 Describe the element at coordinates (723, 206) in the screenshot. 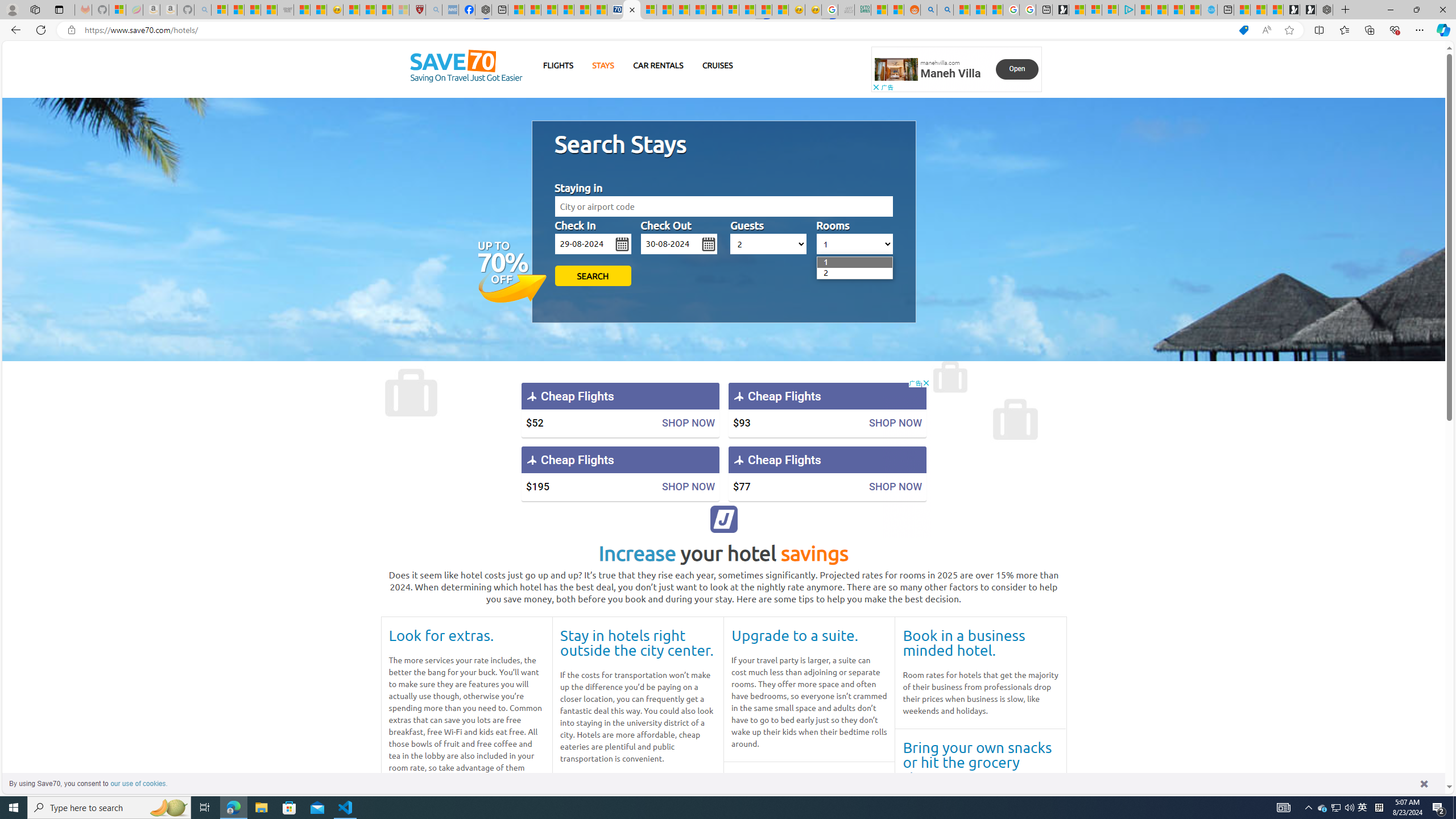

I see `'City or airport code'` at that location.